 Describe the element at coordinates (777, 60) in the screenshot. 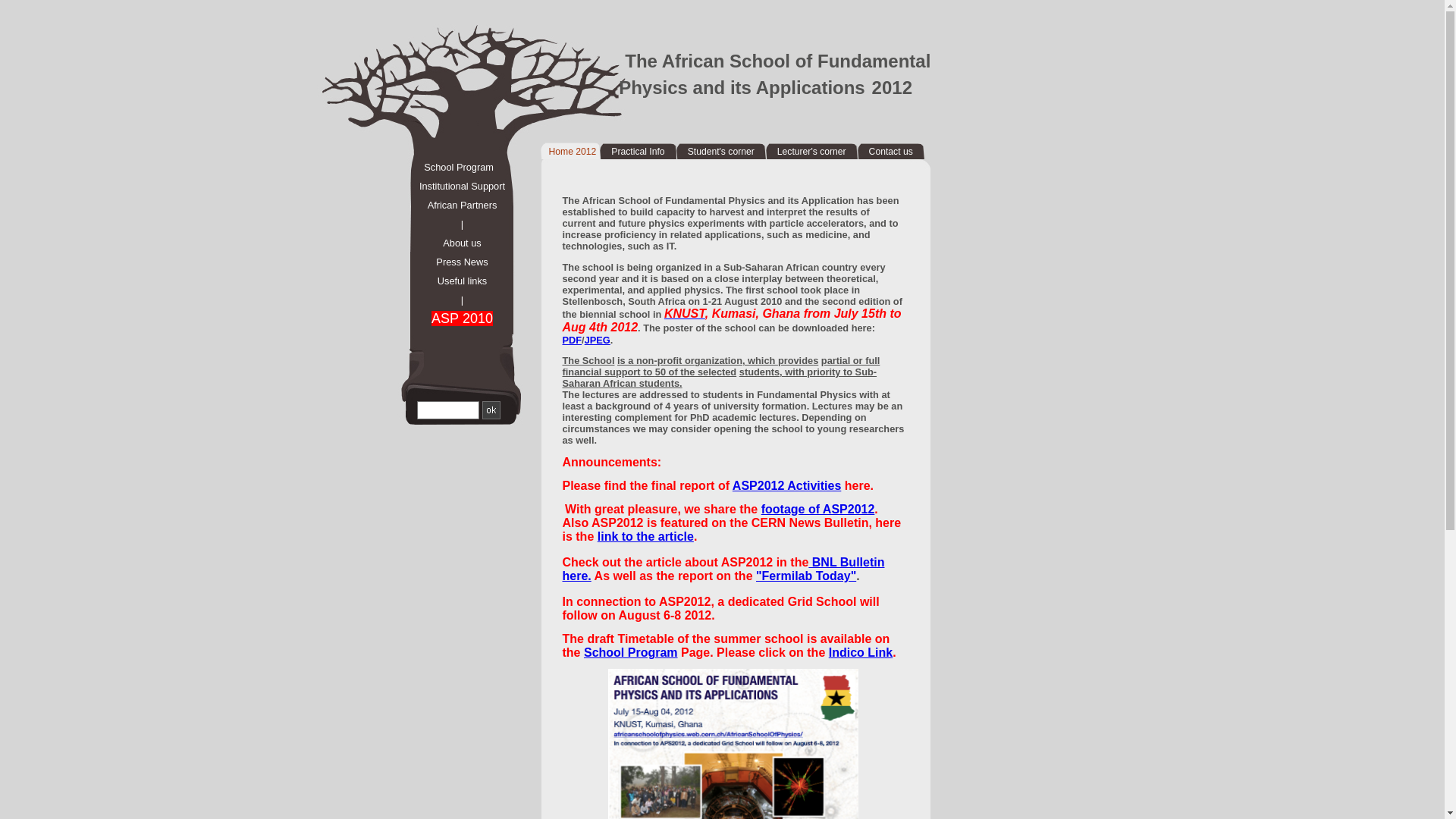

I see `'The African School of Fundamental'` at that location.